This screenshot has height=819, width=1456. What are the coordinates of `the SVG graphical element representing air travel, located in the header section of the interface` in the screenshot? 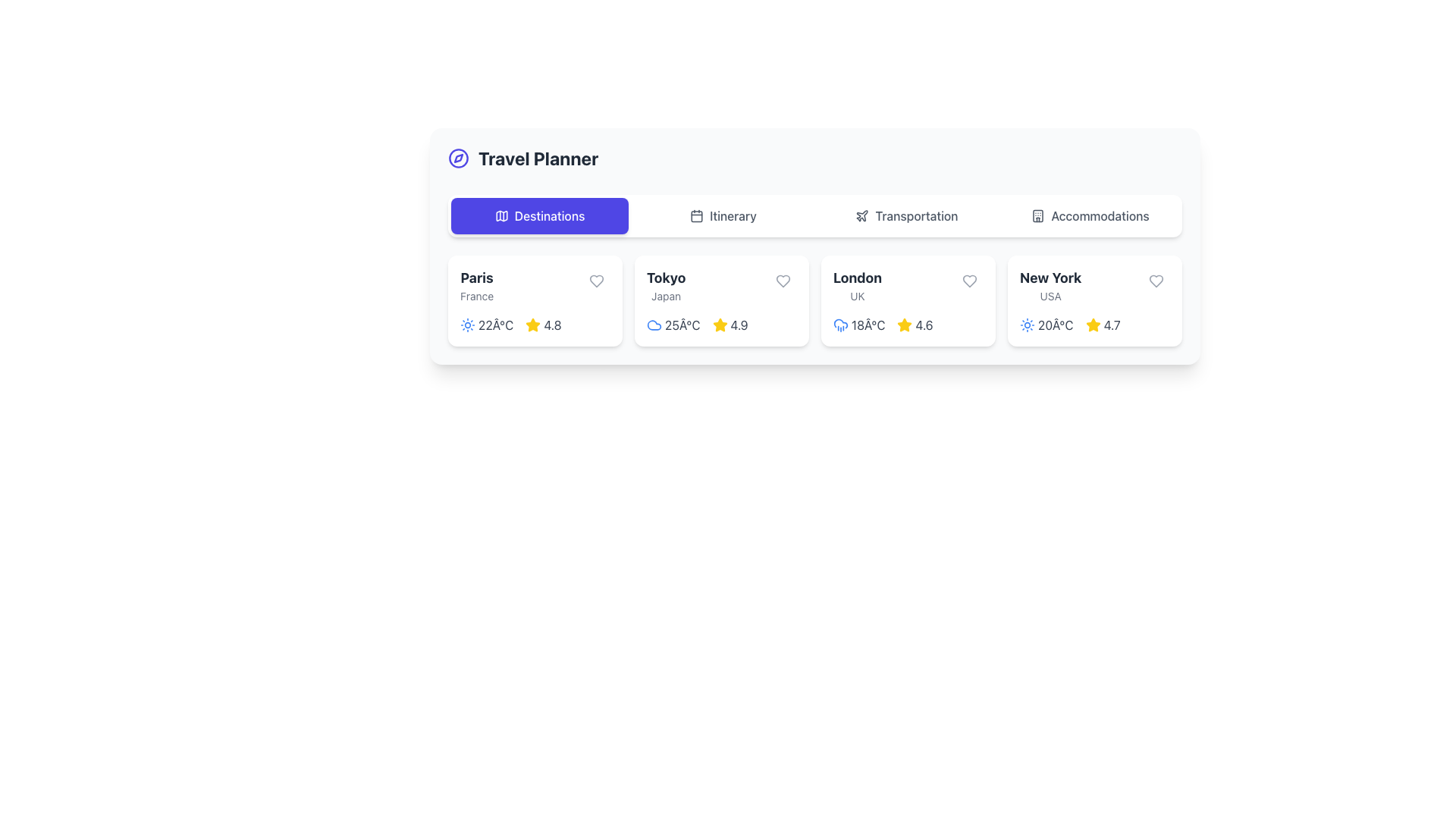 It's located at (862, 215).